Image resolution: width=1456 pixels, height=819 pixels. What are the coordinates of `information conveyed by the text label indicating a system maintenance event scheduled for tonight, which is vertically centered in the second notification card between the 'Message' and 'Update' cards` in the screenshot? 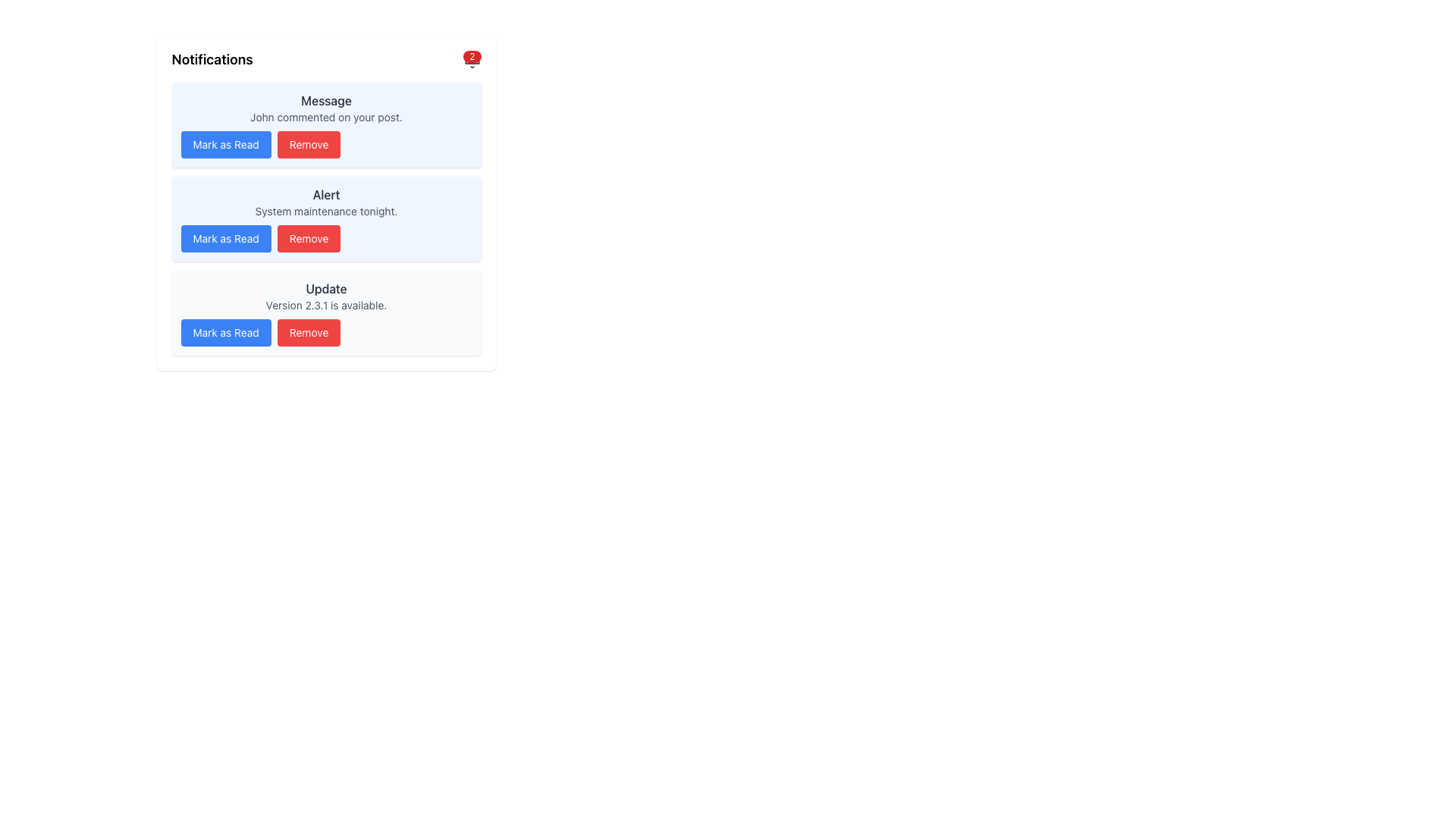 It's located at (325, 201).